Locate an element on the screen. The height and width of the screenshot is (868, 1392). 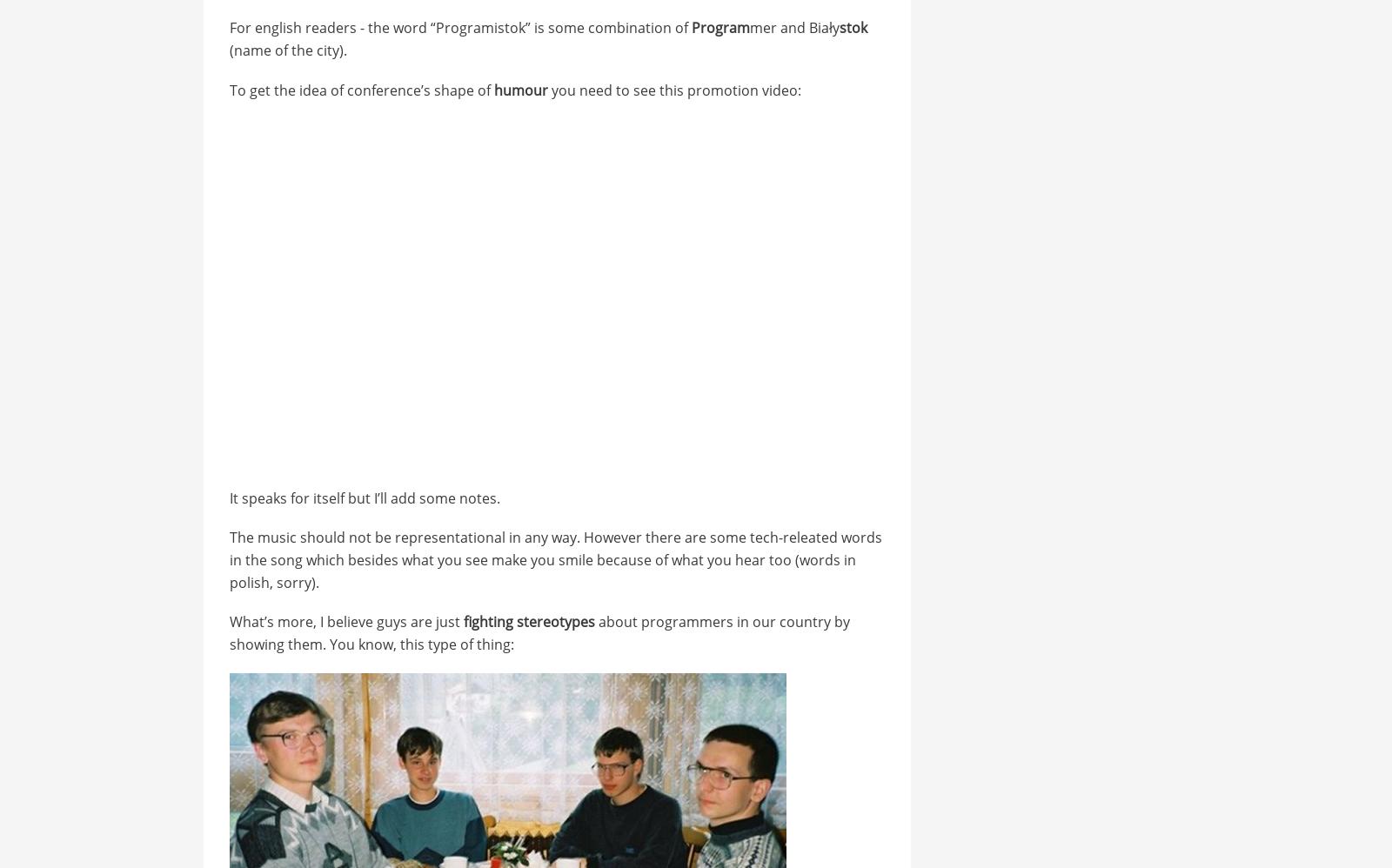
'(name of the city).' is located at coordinates (287, 49).